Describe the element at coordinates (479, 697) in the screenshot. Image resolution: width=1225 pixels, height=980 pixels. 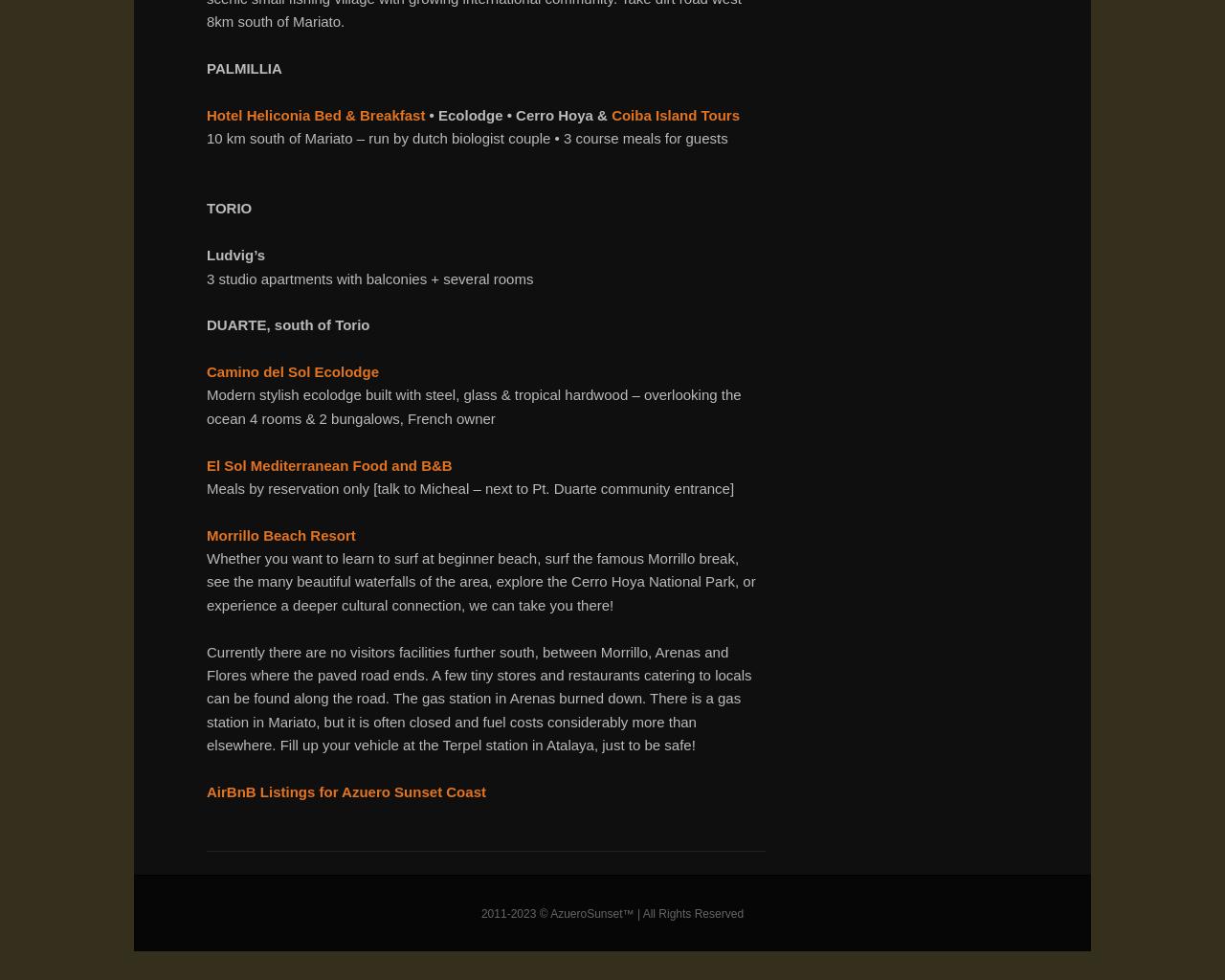
I see `'Currently there are no visitors facilities further south, between Morrillo, Arenas and Flores where the paved road ends. A few tiny stores and restaurants catering to locals can be found along the road. The gas station in Arenas burned down. There is a gas station in Mariato, but it is often closed and fuel costs considerably more than elsewhere. Fill up your vehicle at the Terpel station in Atalaya, just to be safe!'` at that location.